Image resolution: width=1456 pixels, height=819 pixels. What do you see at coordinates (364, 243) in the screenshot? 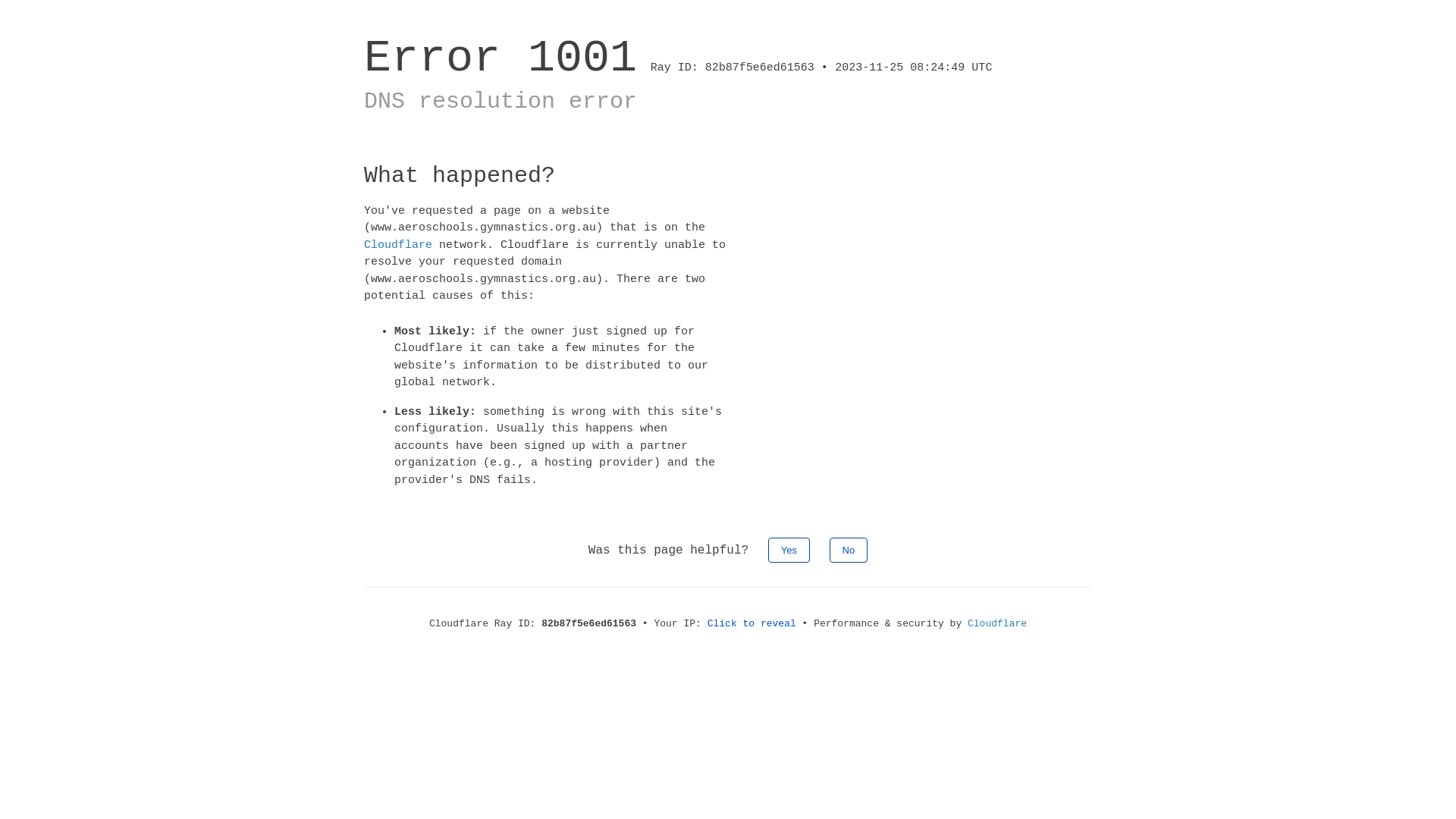
I see `'Cloudflare'` at bounding box center [364, 243].